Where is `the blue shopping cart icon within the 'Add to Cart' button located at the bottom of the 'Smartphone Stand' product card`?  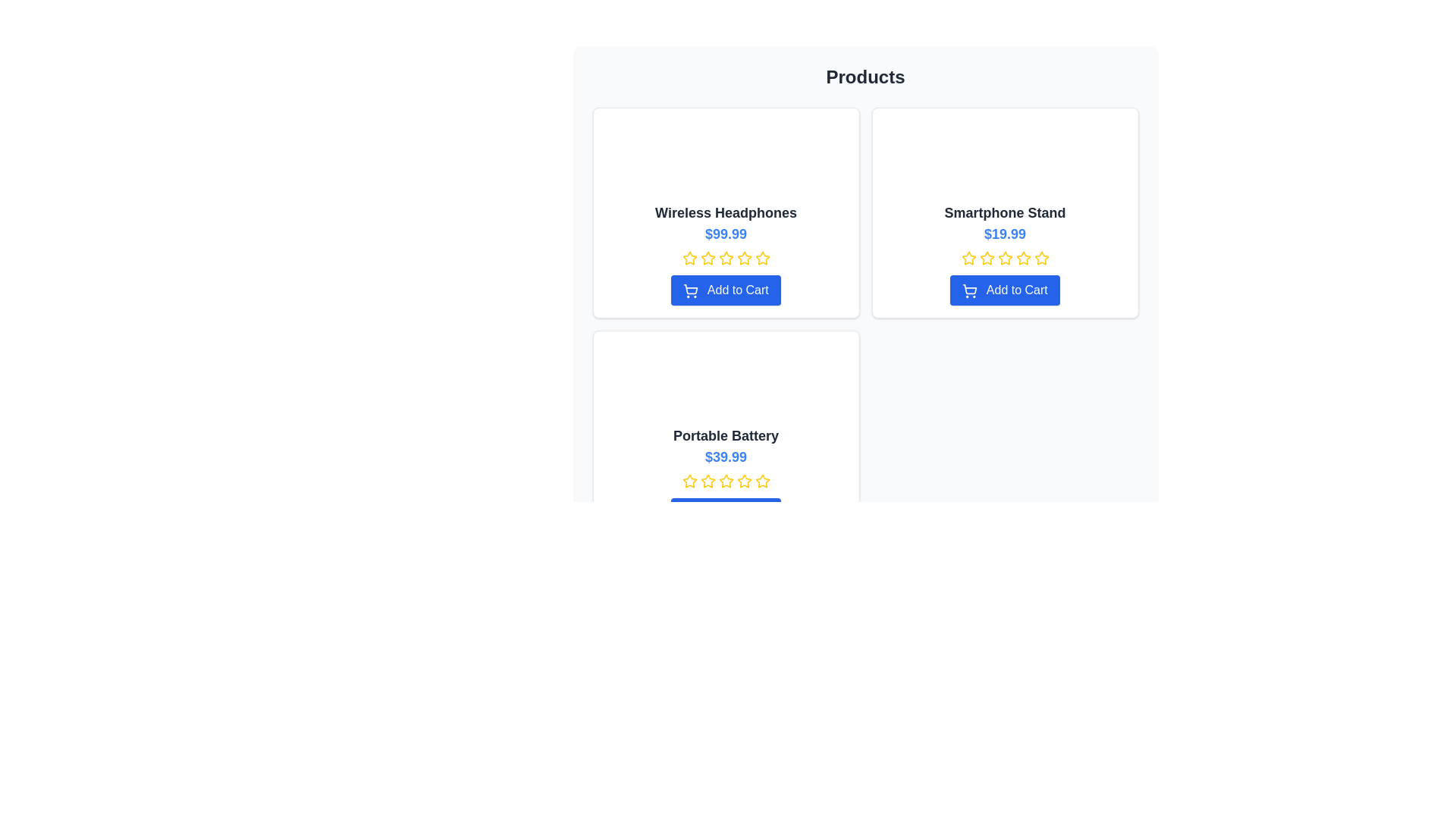 the blue shopping cart icon within the 'Add to Cart' button located at the bottom of the 'Smartphone Stand' product card is located at coordinates (969, 289).